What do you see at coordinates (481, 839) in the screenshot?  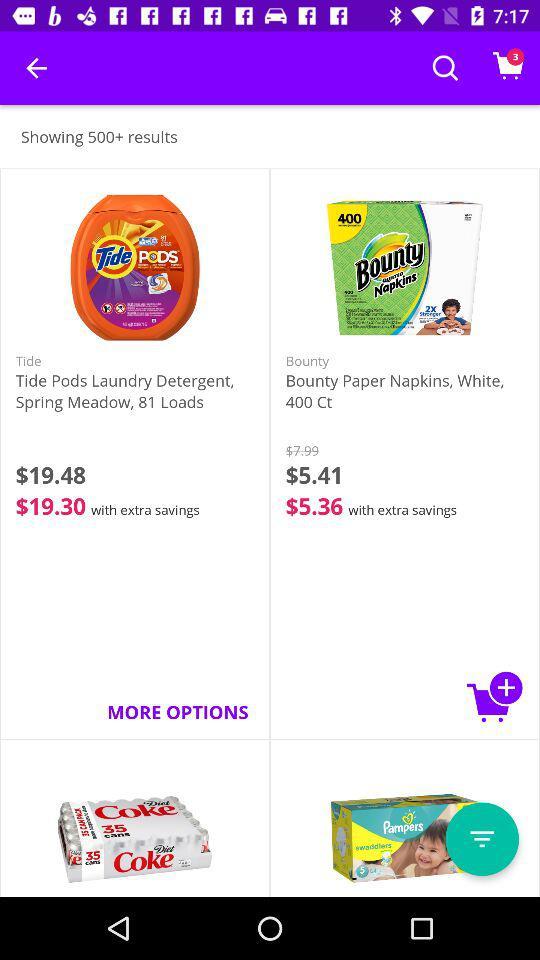 I see `filter selected product` at bounding box center [481, 839].